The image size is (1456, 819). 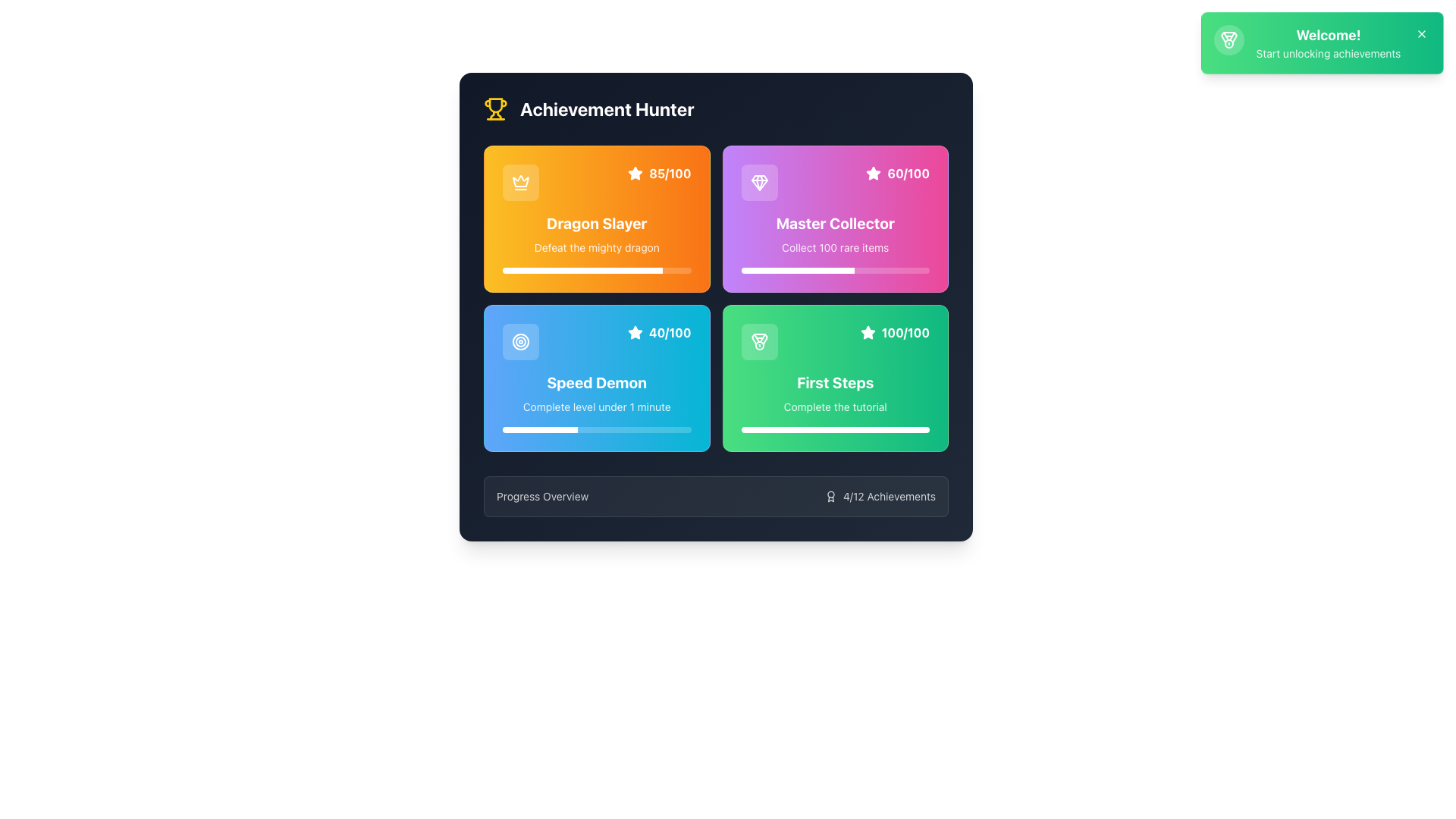 What do you see at coordinates (495, 108) in the screenshot?
I see `the trophy icon that is located to the left of the 'Achievement Hunter' text, which is styled with a clean and modern appearance and has a yellow color` at bounding box center [495, 108].